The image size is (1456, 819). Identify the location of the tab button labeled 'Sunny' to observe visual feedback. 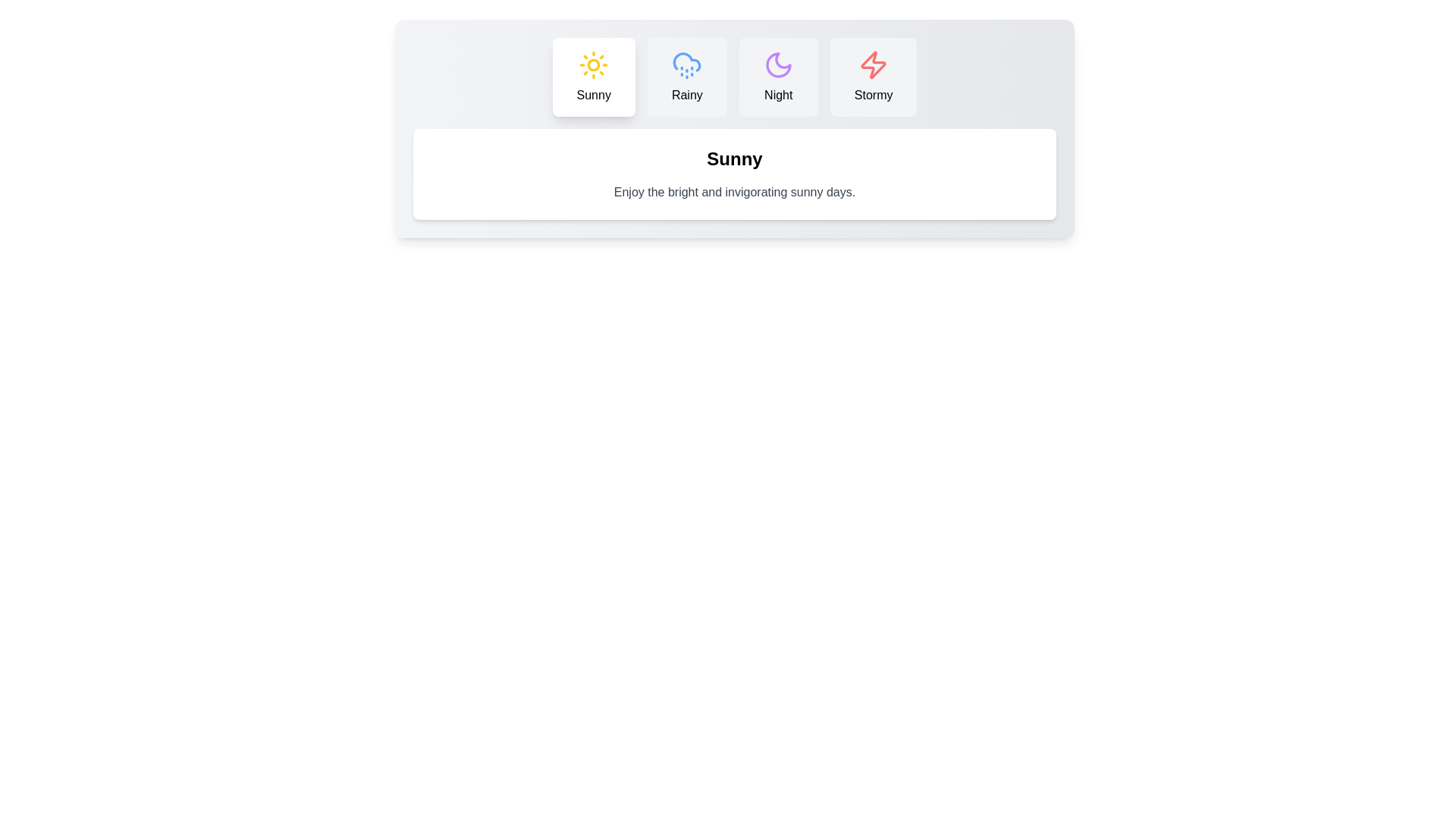
(593, 77).